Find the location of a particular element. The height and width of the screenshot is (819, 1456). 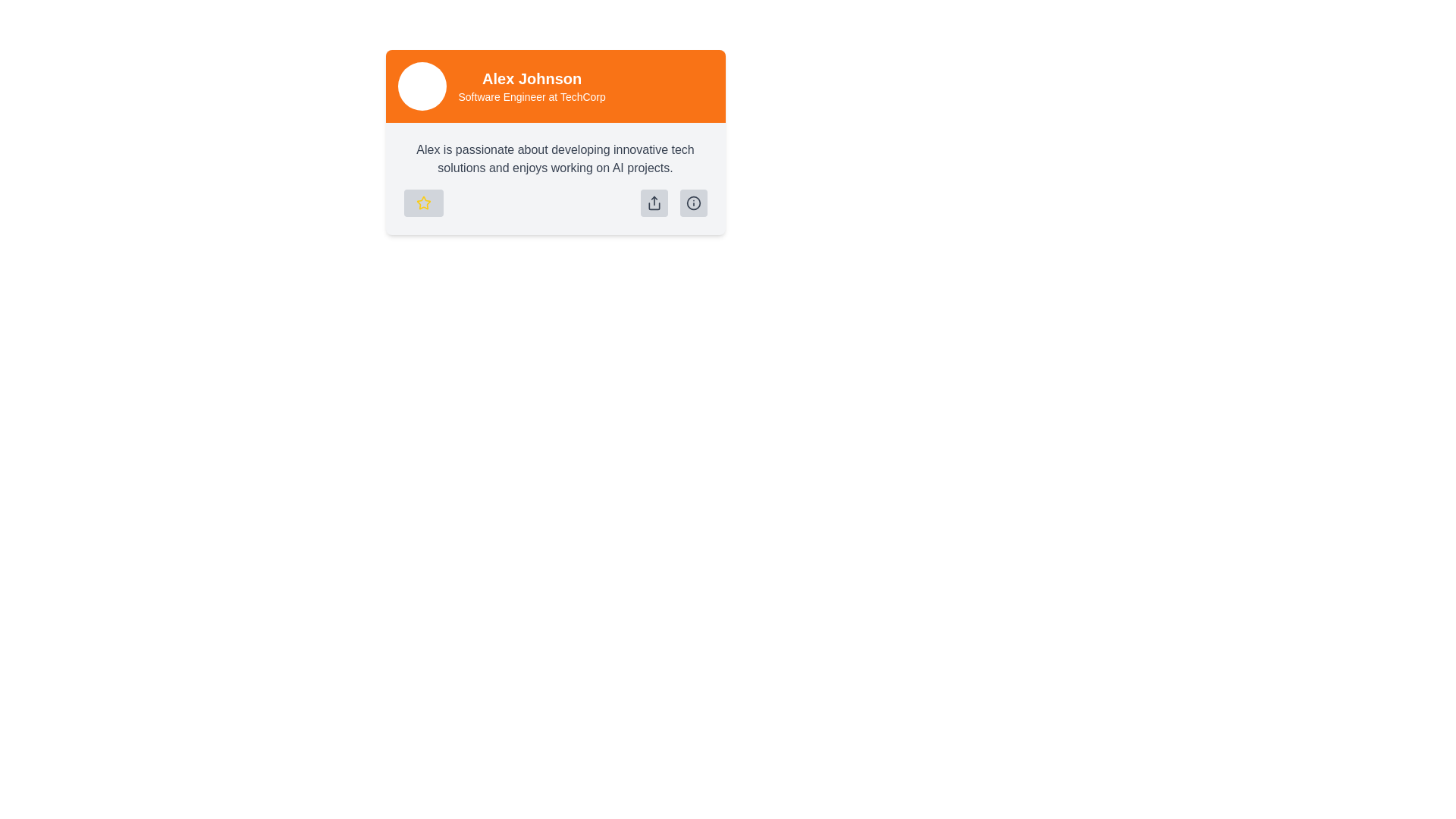

the star icon with a yellow stroke, located centrally within a grey rectangular button in the bottom-left corner of the user profile card is located at coordinates (423, 202).